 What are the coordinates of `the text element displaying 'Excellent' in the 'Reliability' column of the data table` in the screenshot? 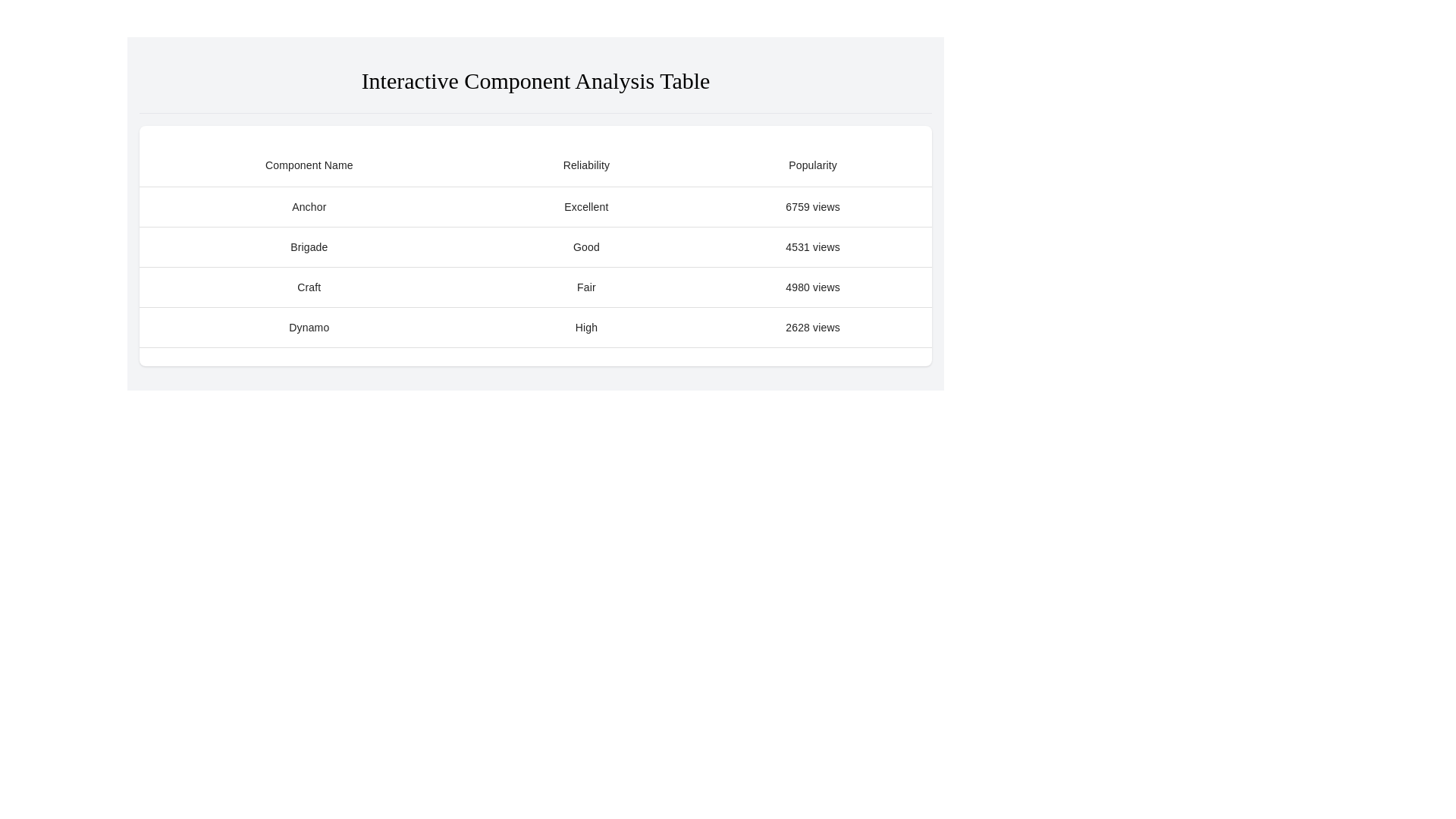 It's located at (585, 207).